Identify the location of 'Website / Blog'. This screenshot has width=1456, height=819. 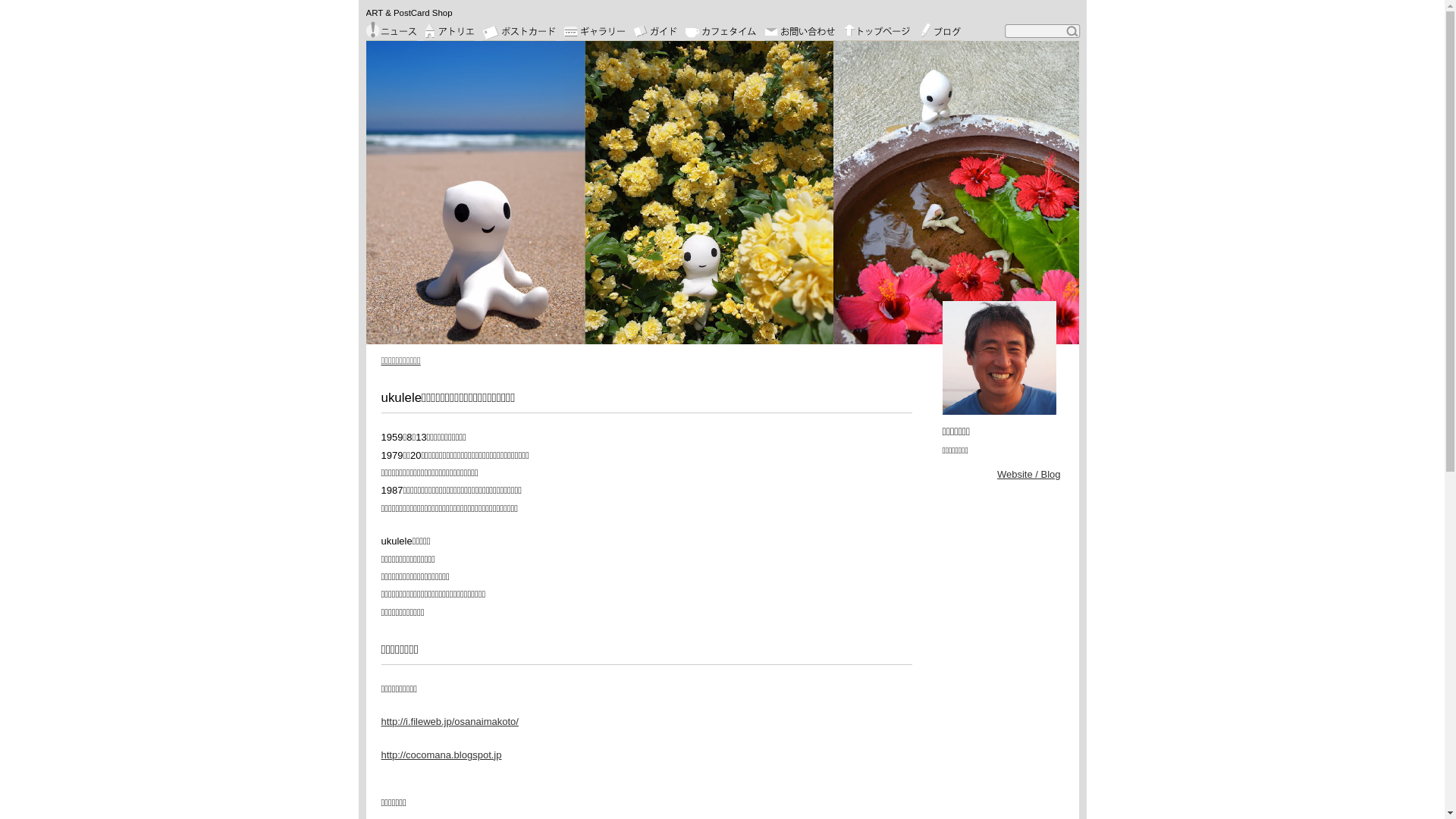
(1029, 473).